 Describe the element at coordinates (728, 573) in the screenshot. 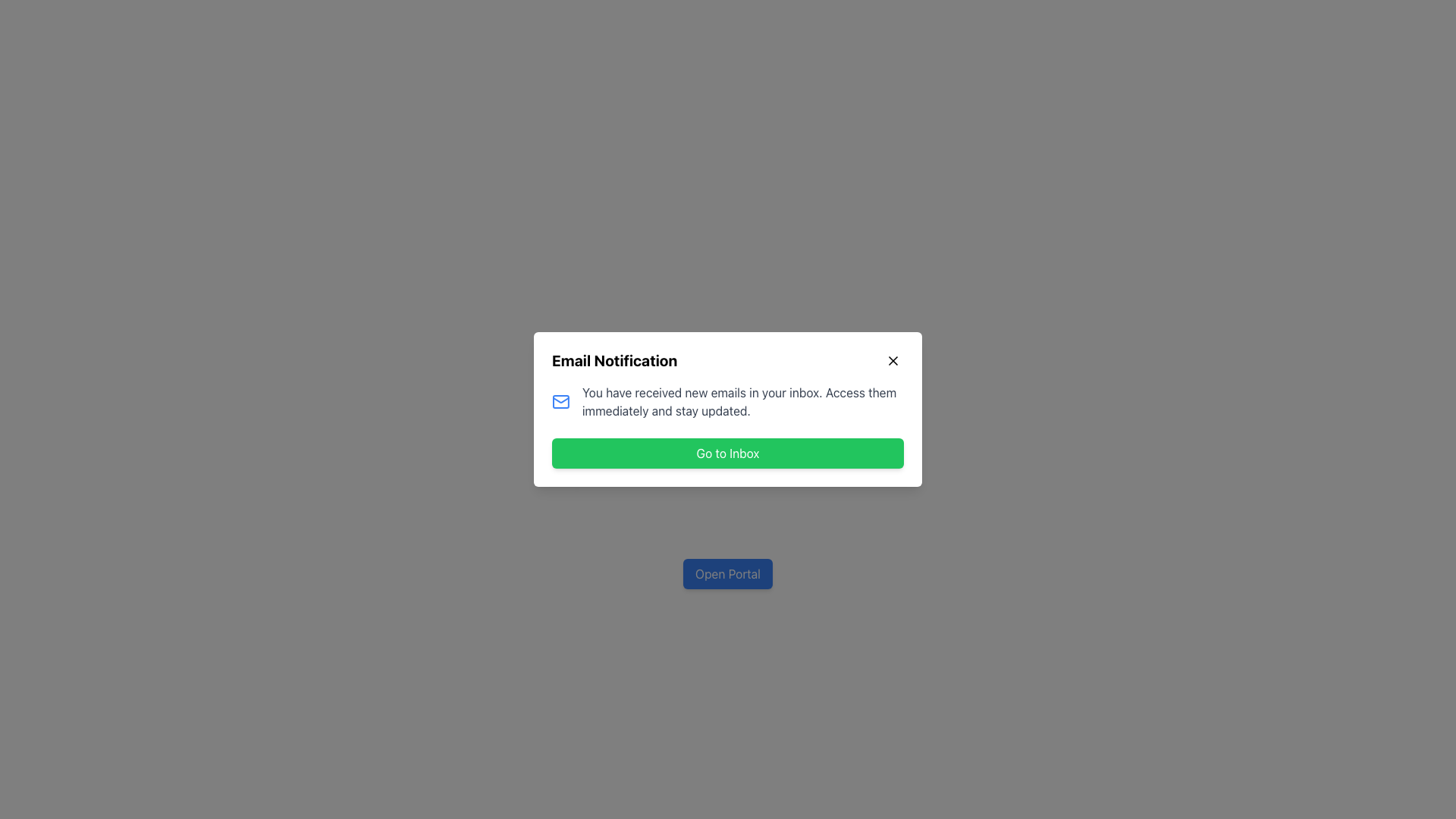

I see `the rectangular blue button with rounded corners that has white bold text saying 'Open Portal'` at that location.